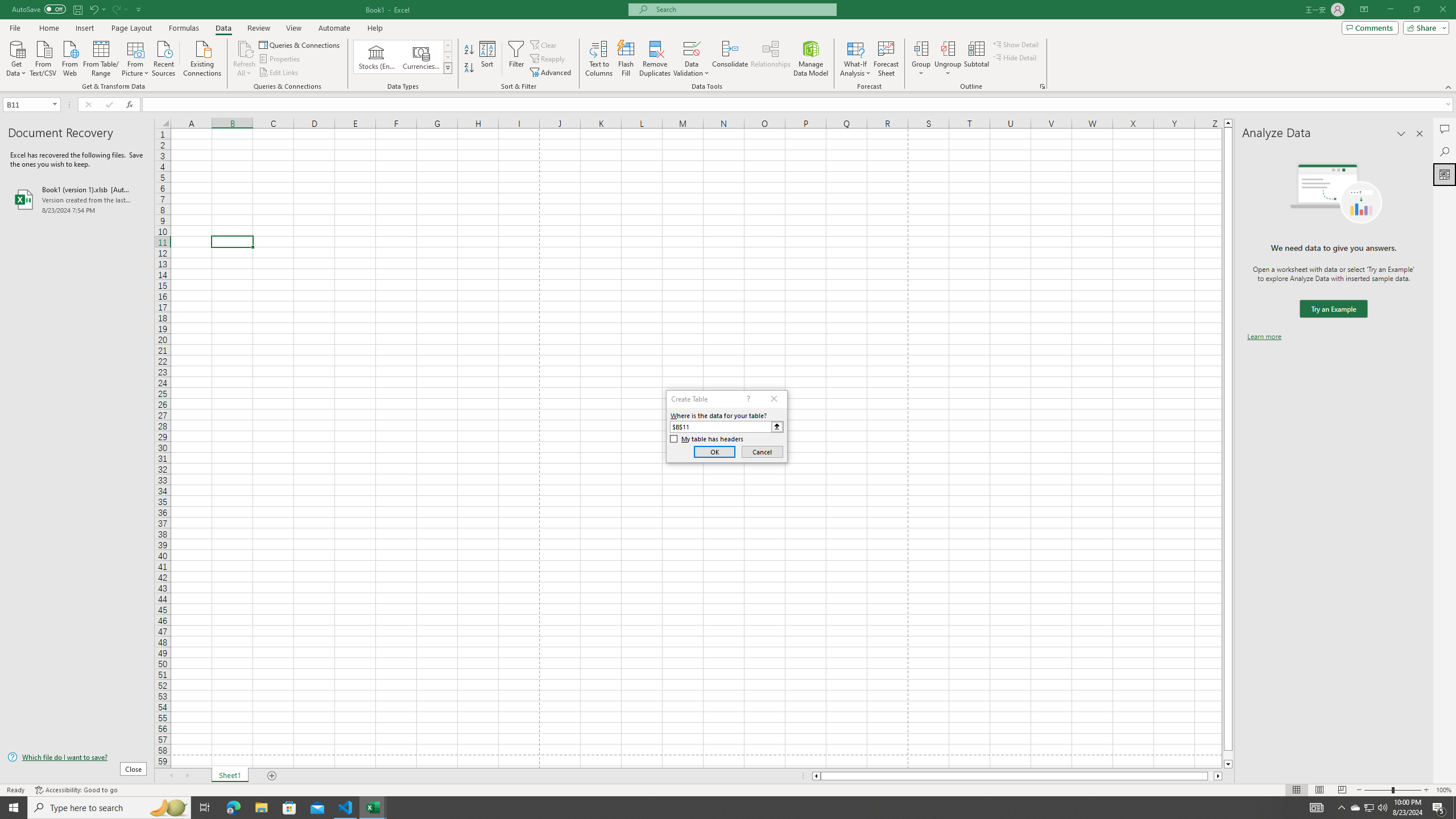 This screenshot has height=819, width=1456. What do you see at coordinates (730, 59) in the screenshot?
I see `'Consolidate...'` at bounding box center [730, 59].